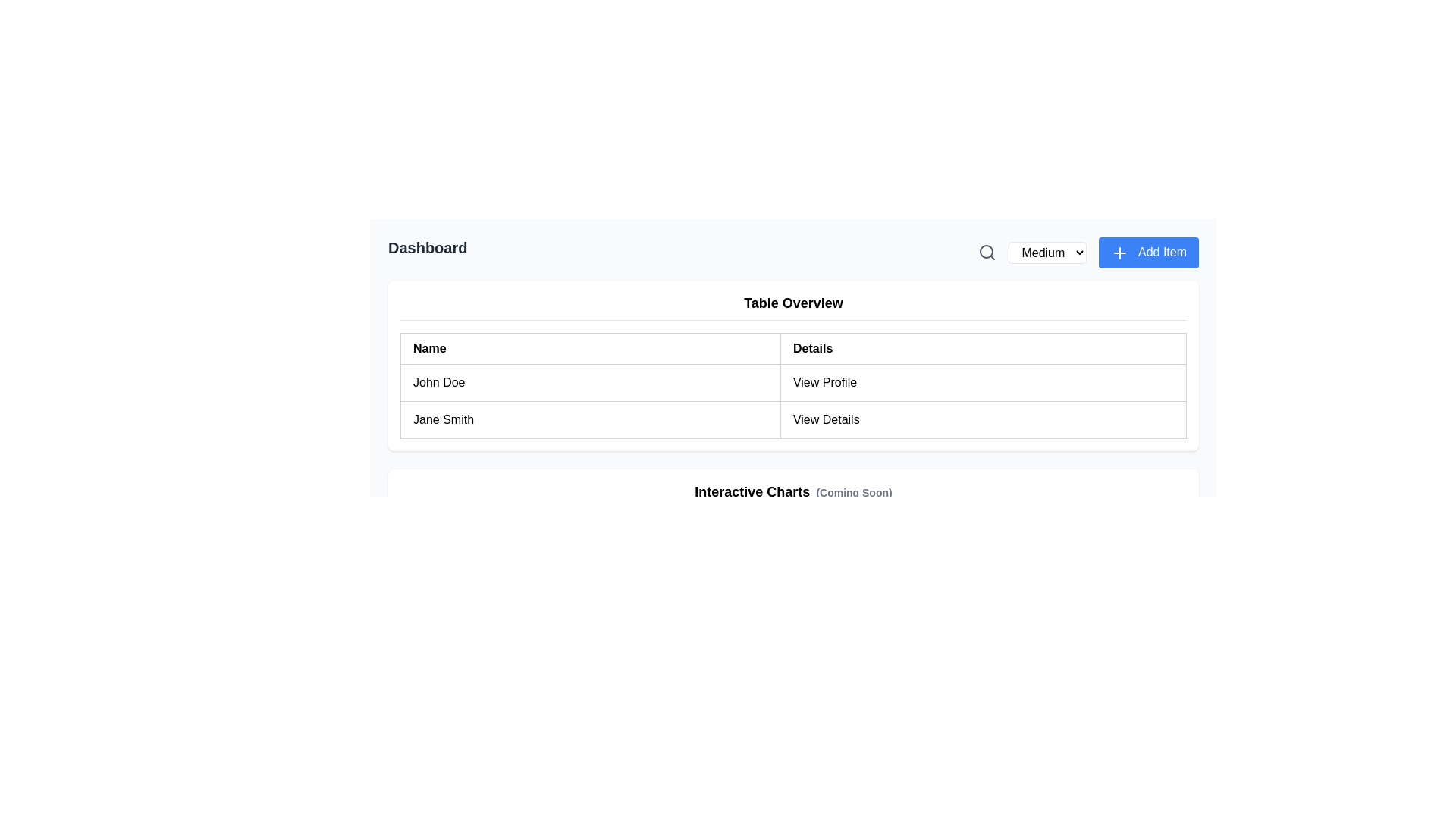  What do you see at coordinates (1046, 252) in the screenshot?
I see `the dropdown menu labeled 'Medium'` at bounding box center [1046, 252].